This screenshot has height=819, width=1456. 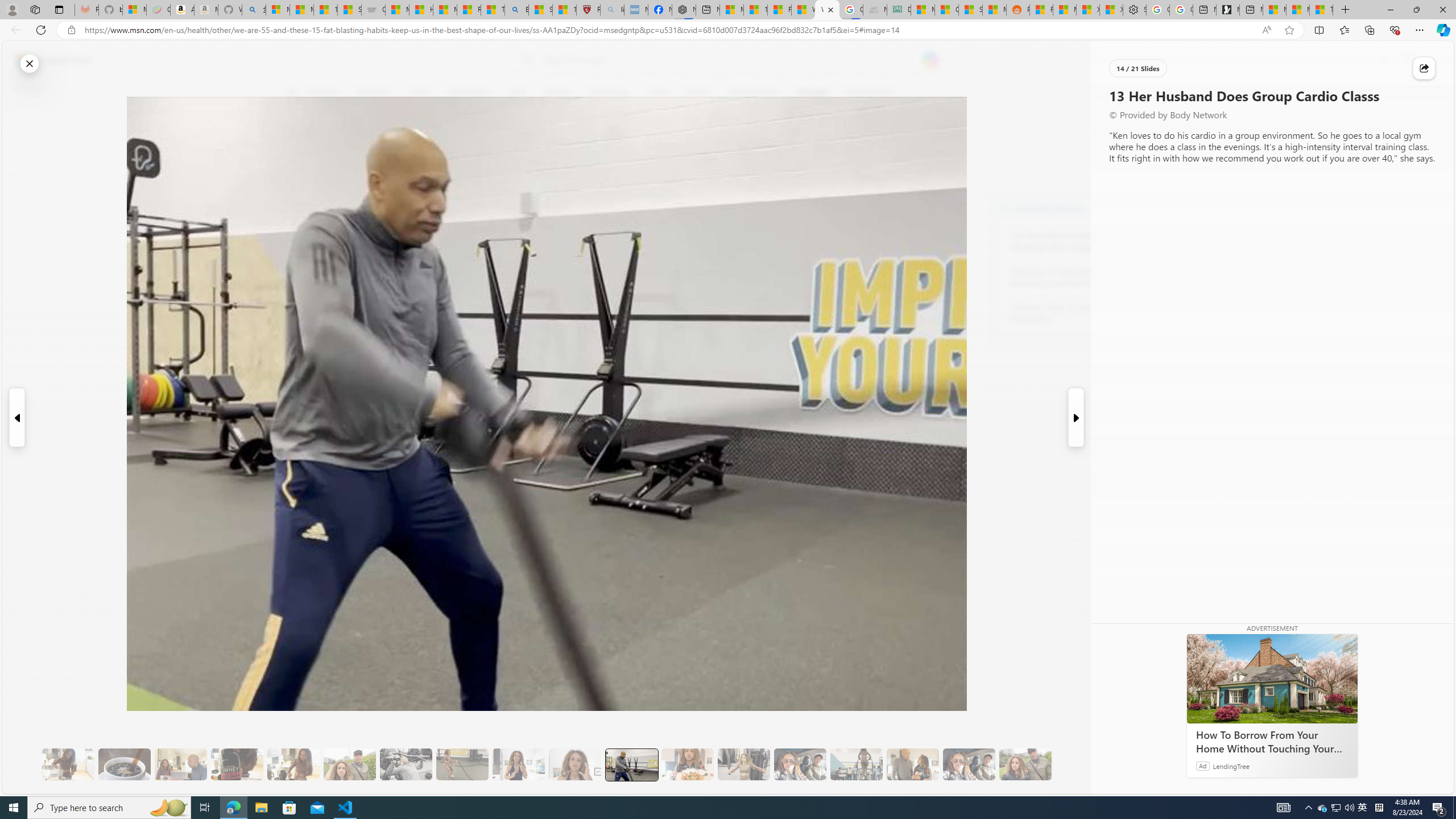 I want to click on '18 It', so click(x=913, y=764).